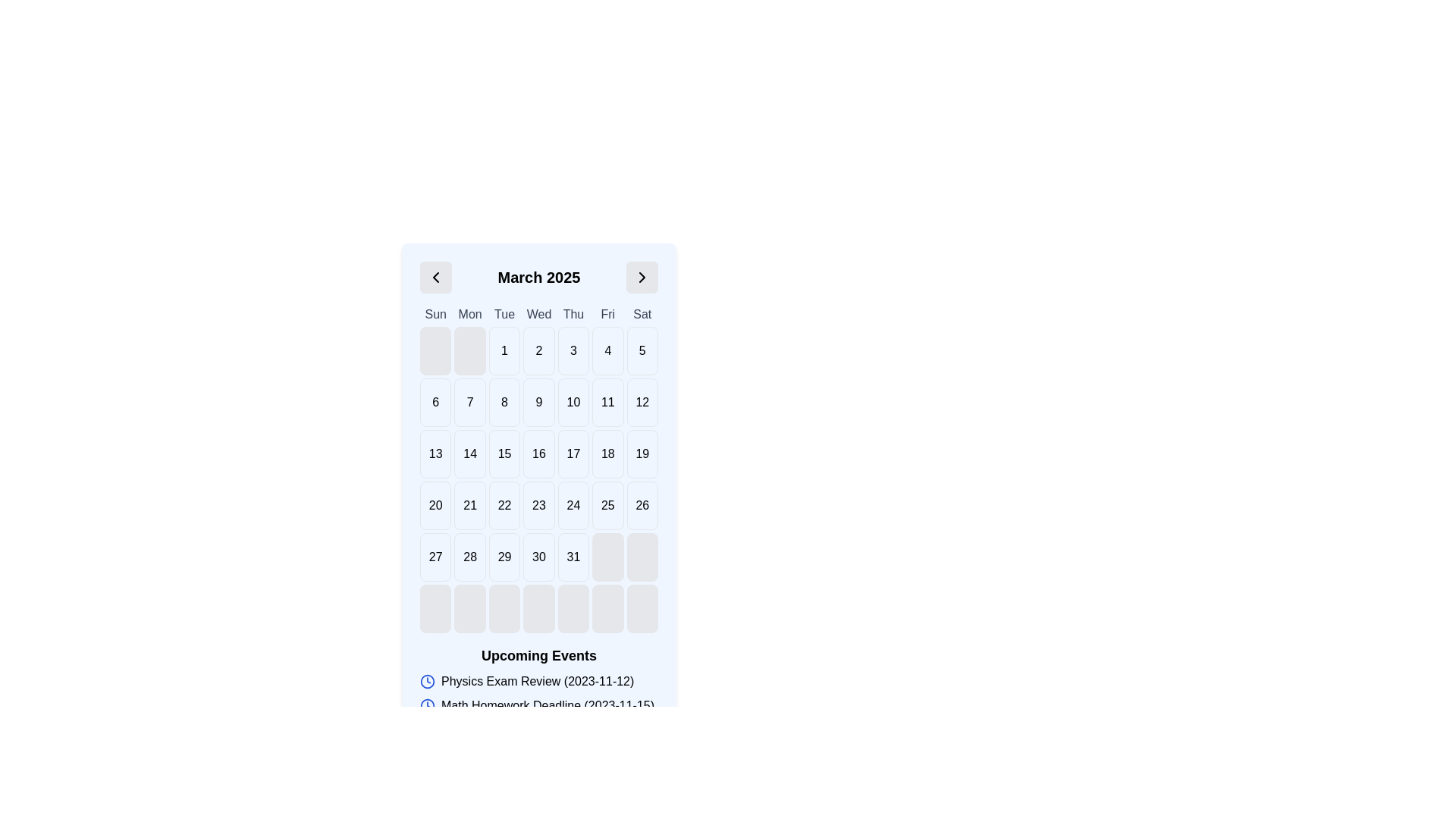 Image resolution: width=1456 pixels, height=819 pixels. What do you see at coordinates (573, 314) in the screenshot?
I see `the Text Label indicating Thursday in the calendar view, which is the fifth item in the row of day names` at bounding box center [573, 314].